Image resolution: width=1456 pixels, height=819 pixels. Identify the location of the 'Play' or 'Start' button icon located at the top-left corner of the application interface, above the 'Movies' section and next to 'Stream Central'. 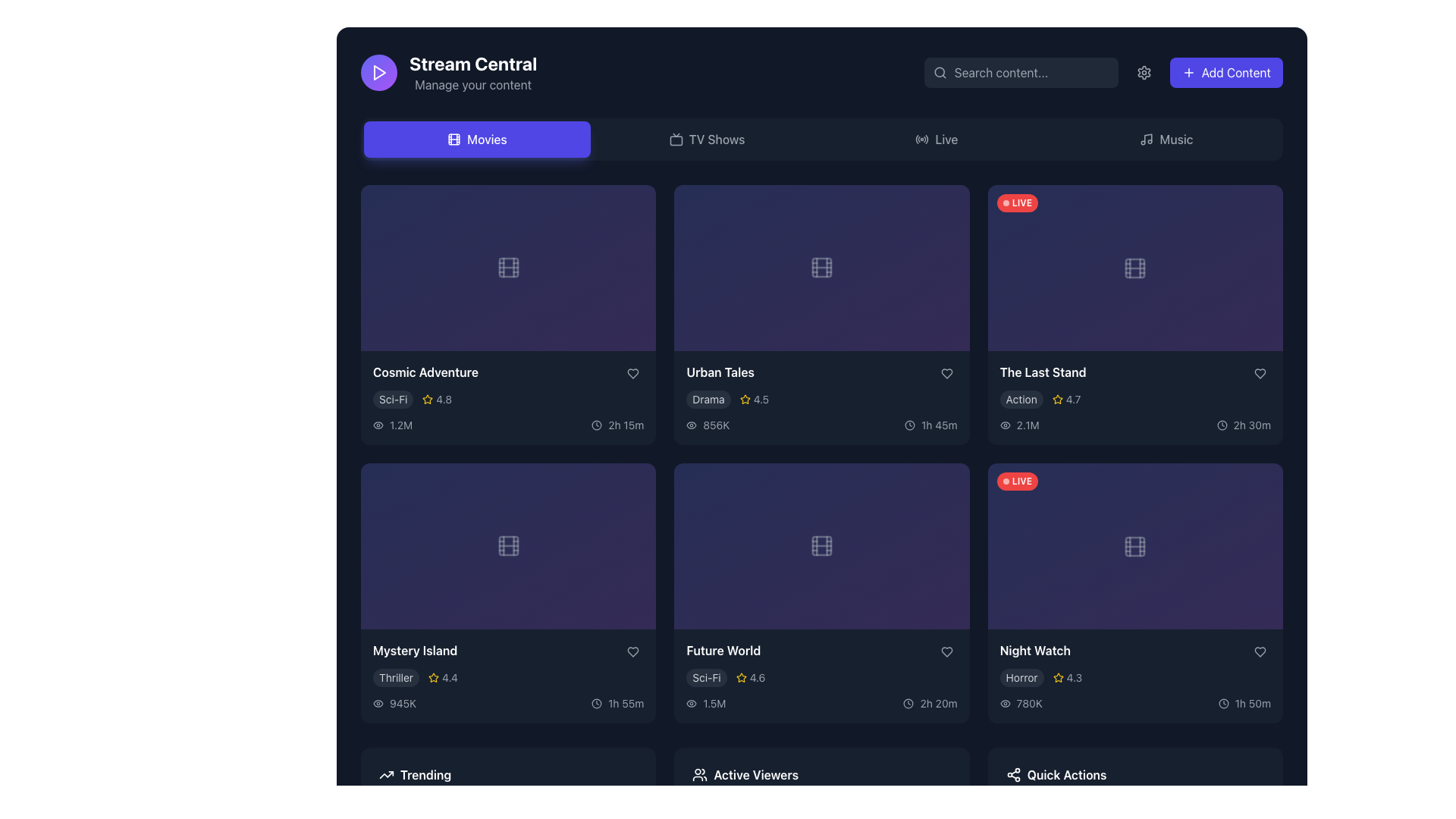
(378, 73).